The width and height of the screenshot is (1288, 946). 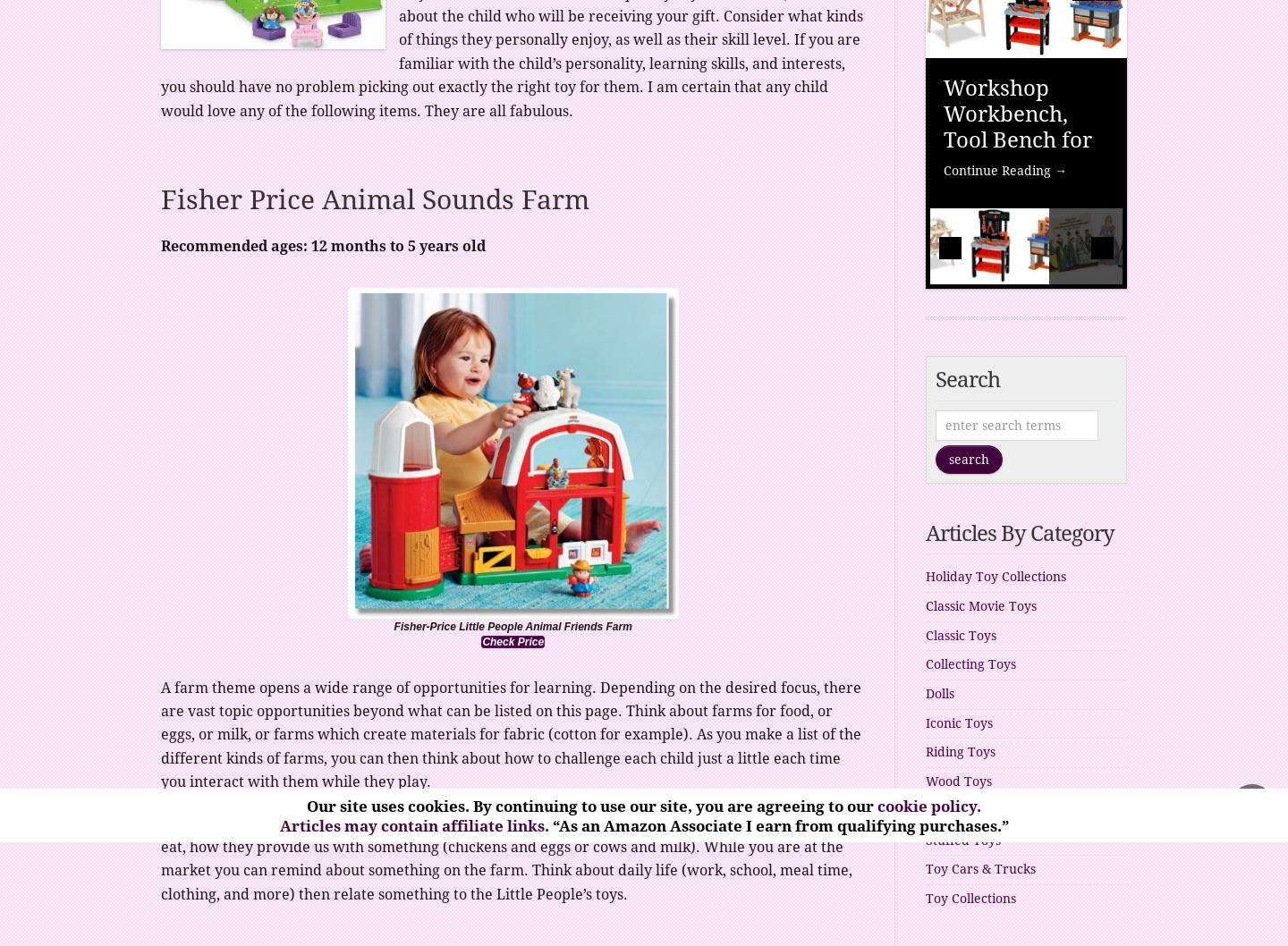 What do you see at coordinates (1017, 125) in the screenshot?
I see `'Workshop Workbench, Tool Bench for Kids'` at bounding box center [1017, 125].